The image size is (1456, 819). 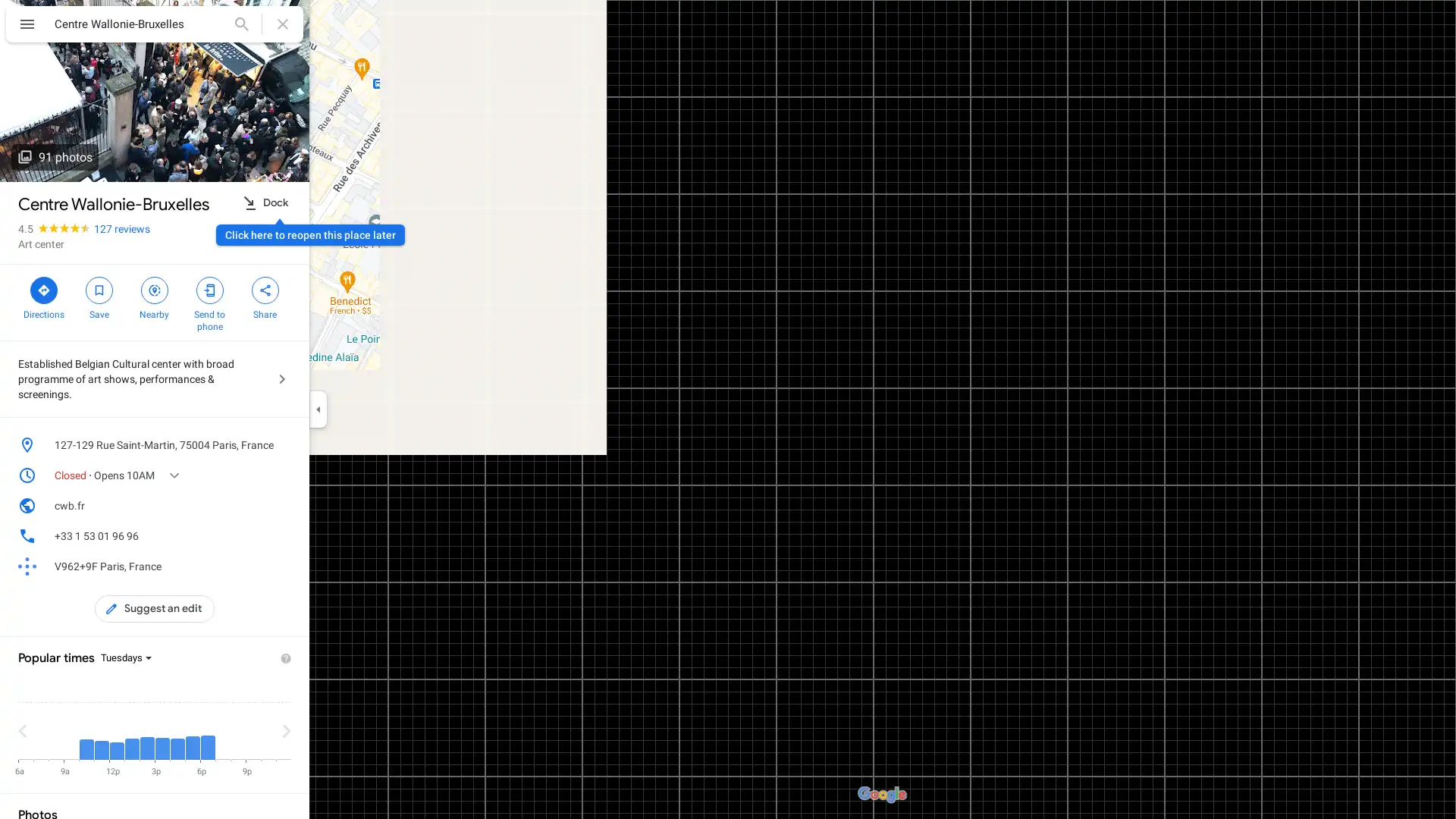 I want to click on Art center, so click(x=41, y=243).